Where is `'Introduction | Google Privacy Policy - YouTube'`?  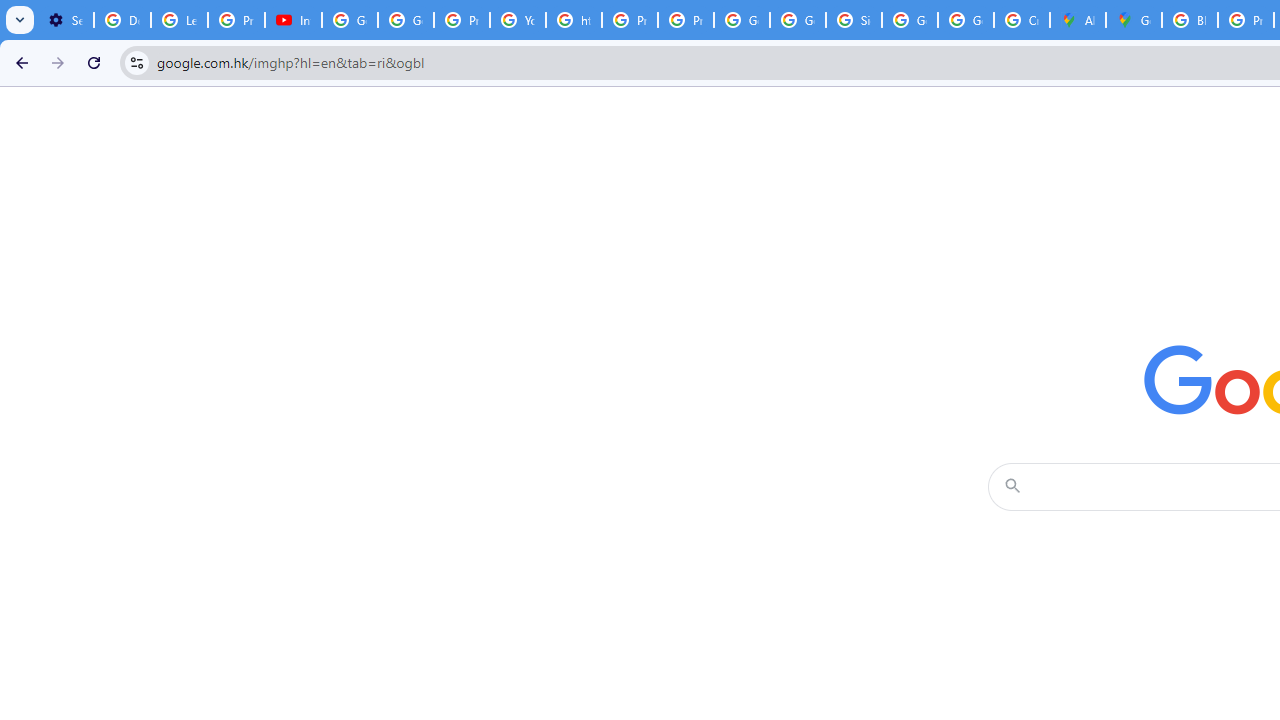 'Introduction | Google Privacy Policy - YouTube' is located at coordinates (292, 20).